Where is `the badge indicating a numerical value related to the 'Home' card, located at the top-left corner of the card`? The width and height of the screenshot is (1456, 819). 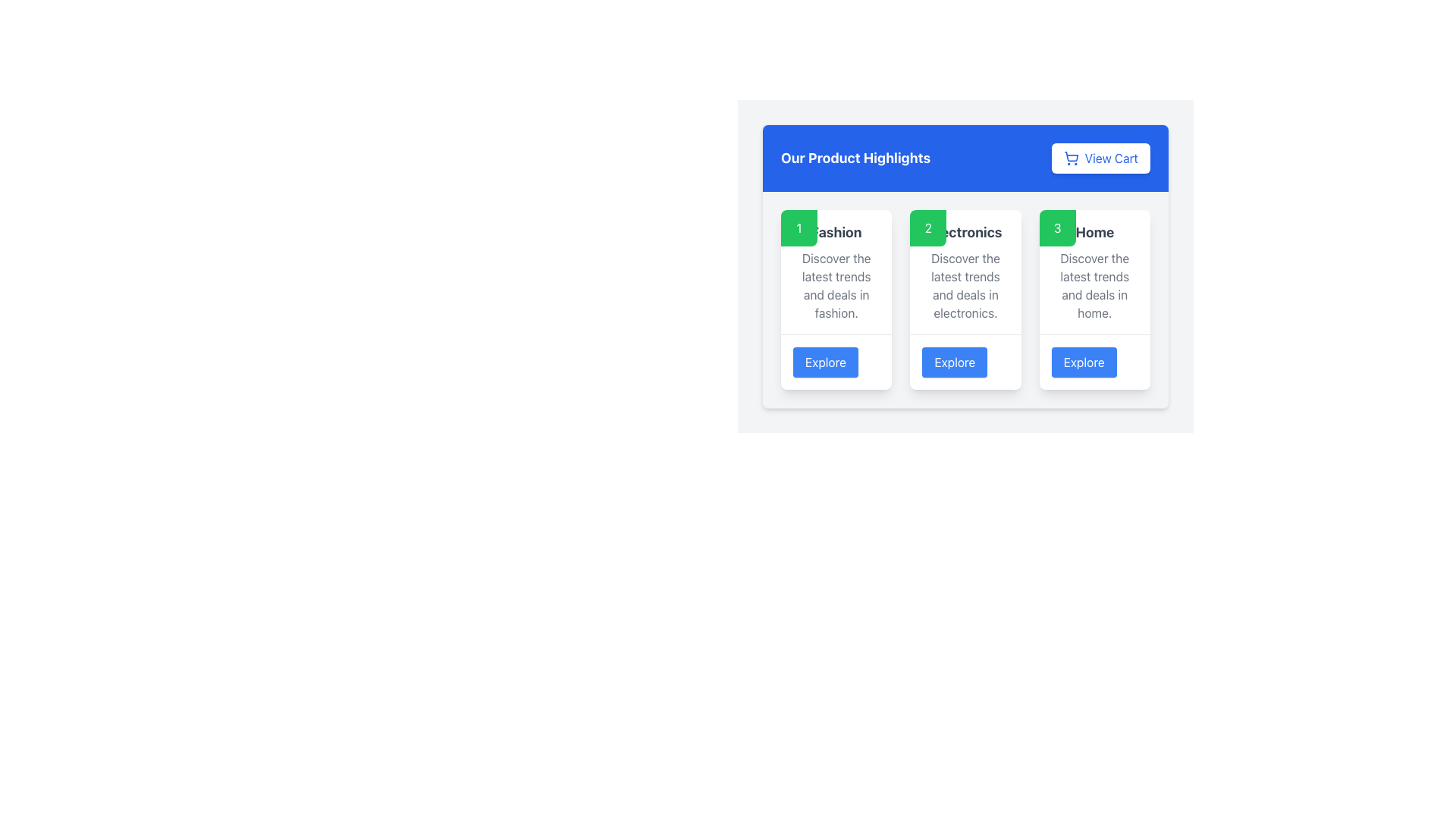
the badge indicating a numerical value related to the 'Home' card, located at the top-left corner of the card is located at coordinates (1056, 227).